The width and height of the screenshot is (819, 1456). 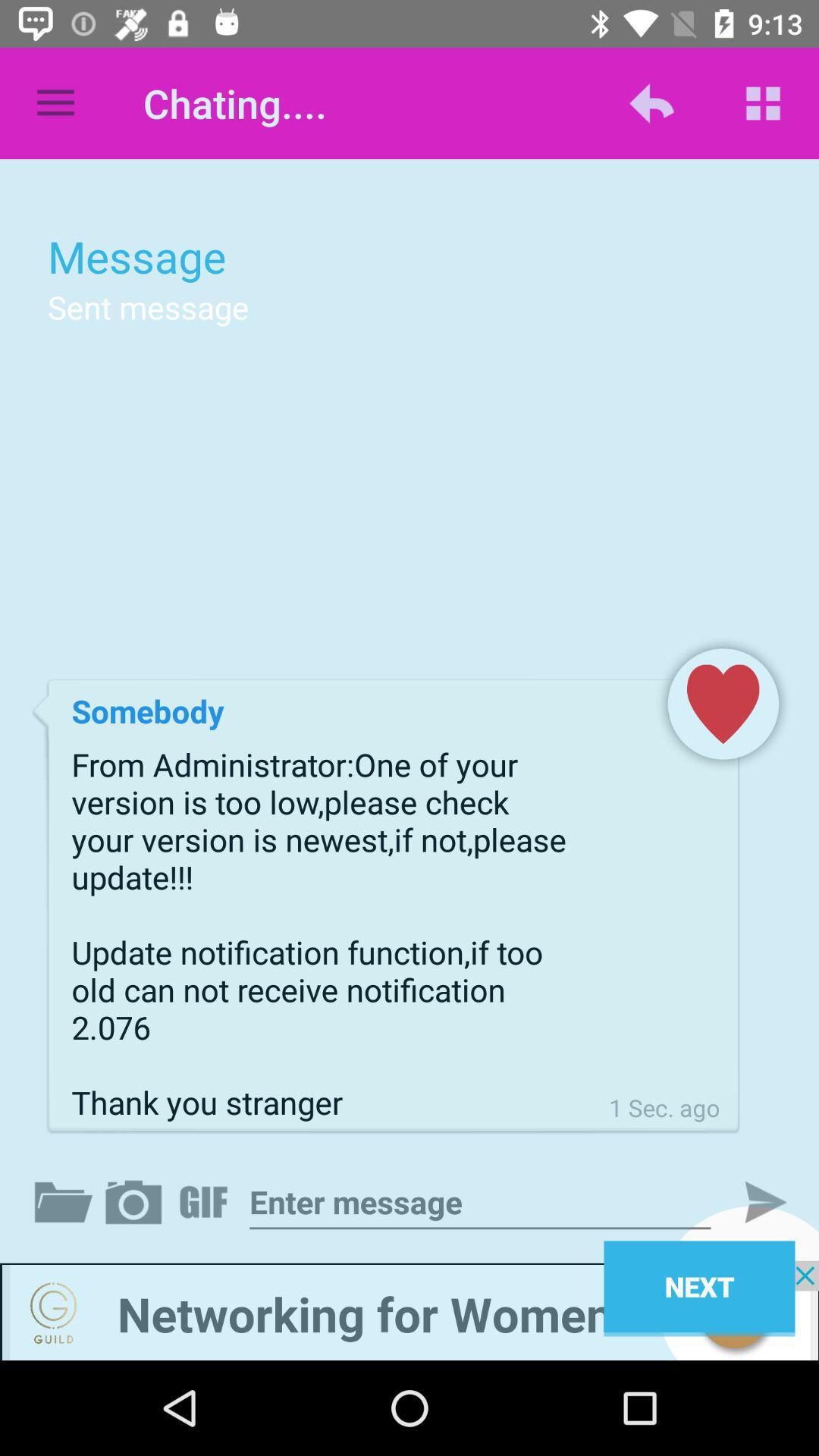 What do you see at coordinates (752, 1201) in the screenshot?
I see `send message` at bounding box center [752, 1201].